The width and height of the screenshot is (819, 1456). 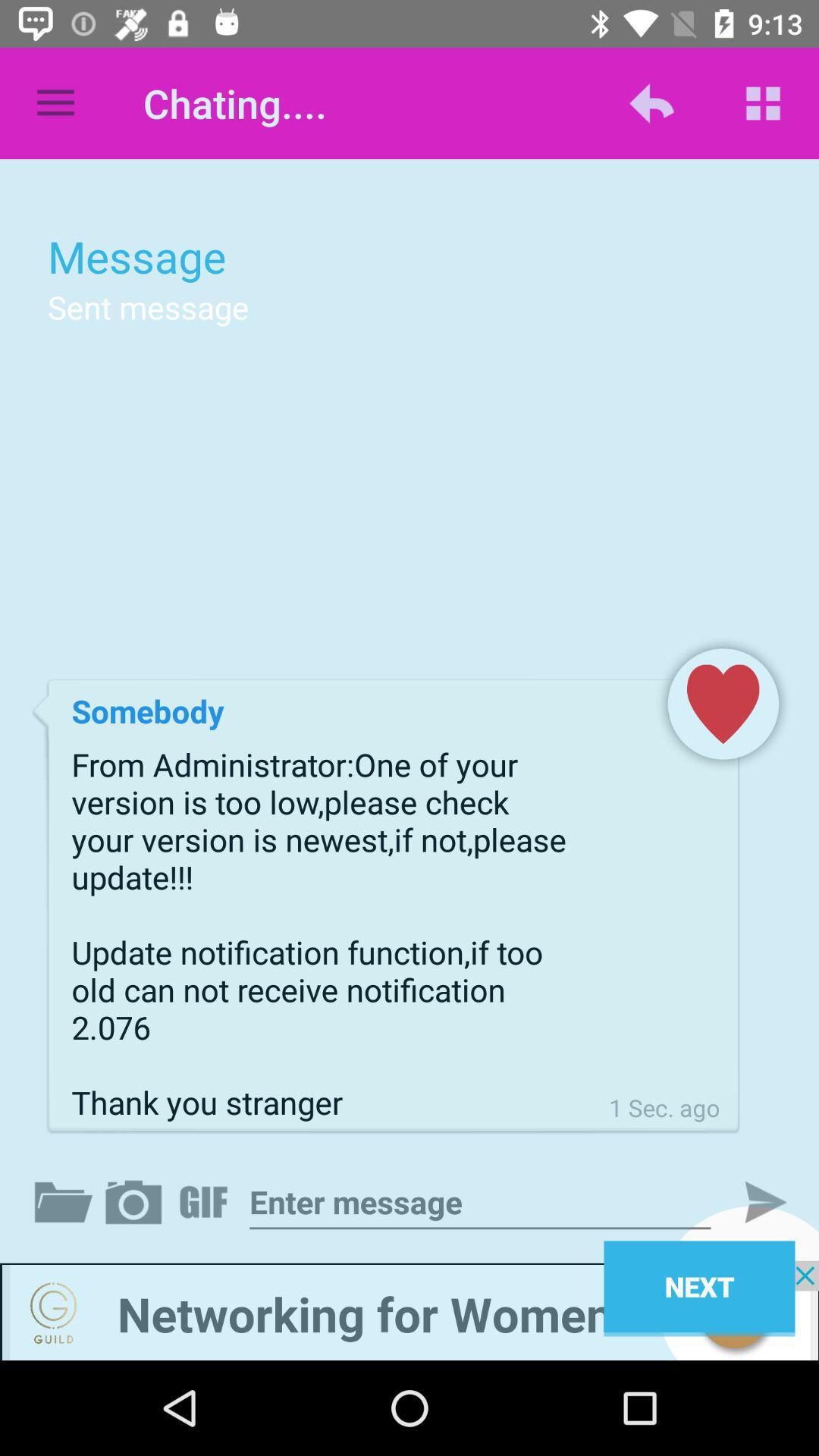 What do you see at coordinates (752, 1201) in the screenshot?
I see `send message` at bounding box center [752, 1201].